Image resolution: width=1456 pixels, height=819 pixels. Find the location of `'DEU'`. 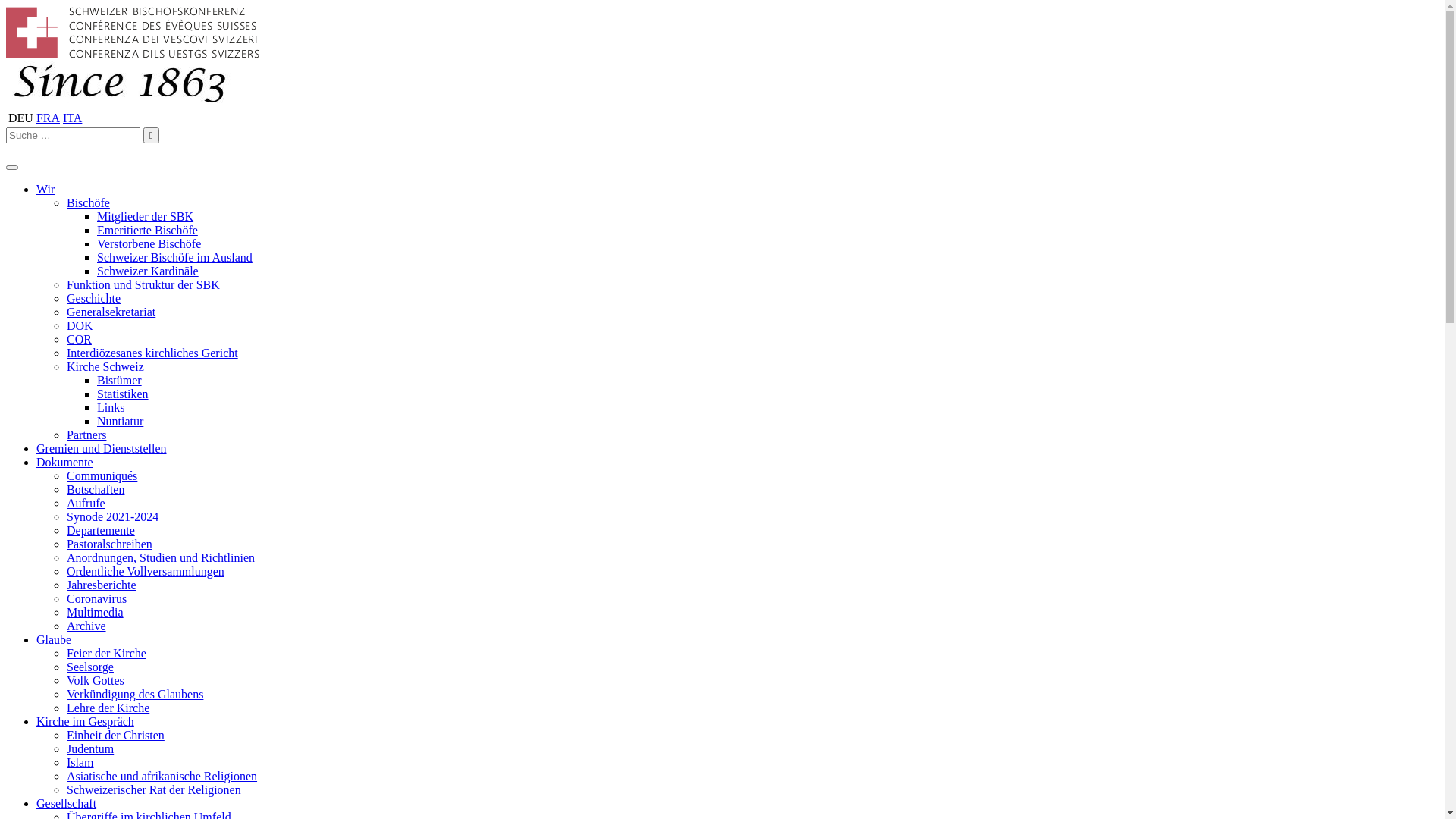

'DEU' is located at coordinates (20, 117).